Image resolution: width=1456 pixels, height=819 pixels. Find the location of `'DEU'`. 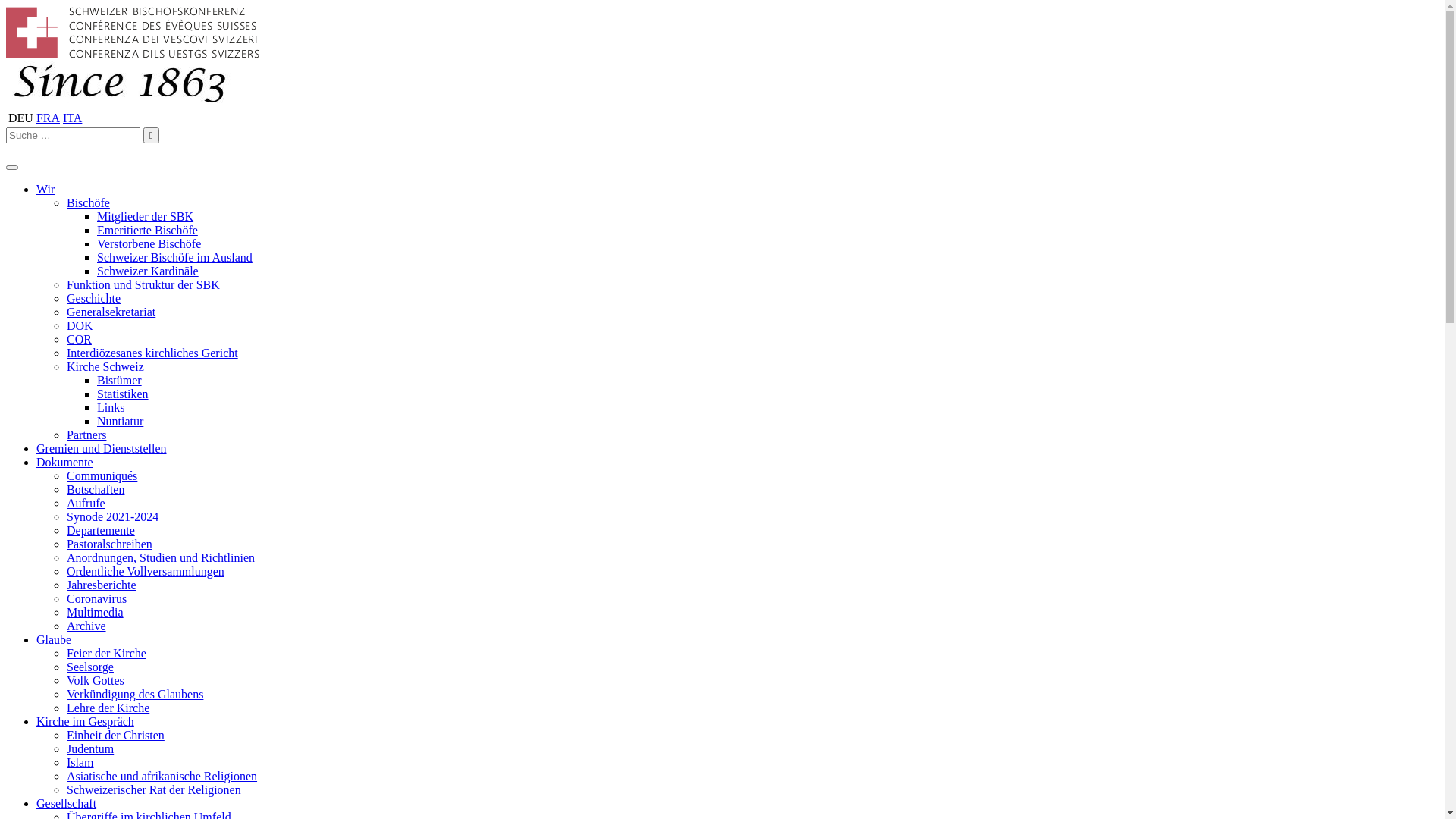

'DEU' is located at coordinates (20, 117).